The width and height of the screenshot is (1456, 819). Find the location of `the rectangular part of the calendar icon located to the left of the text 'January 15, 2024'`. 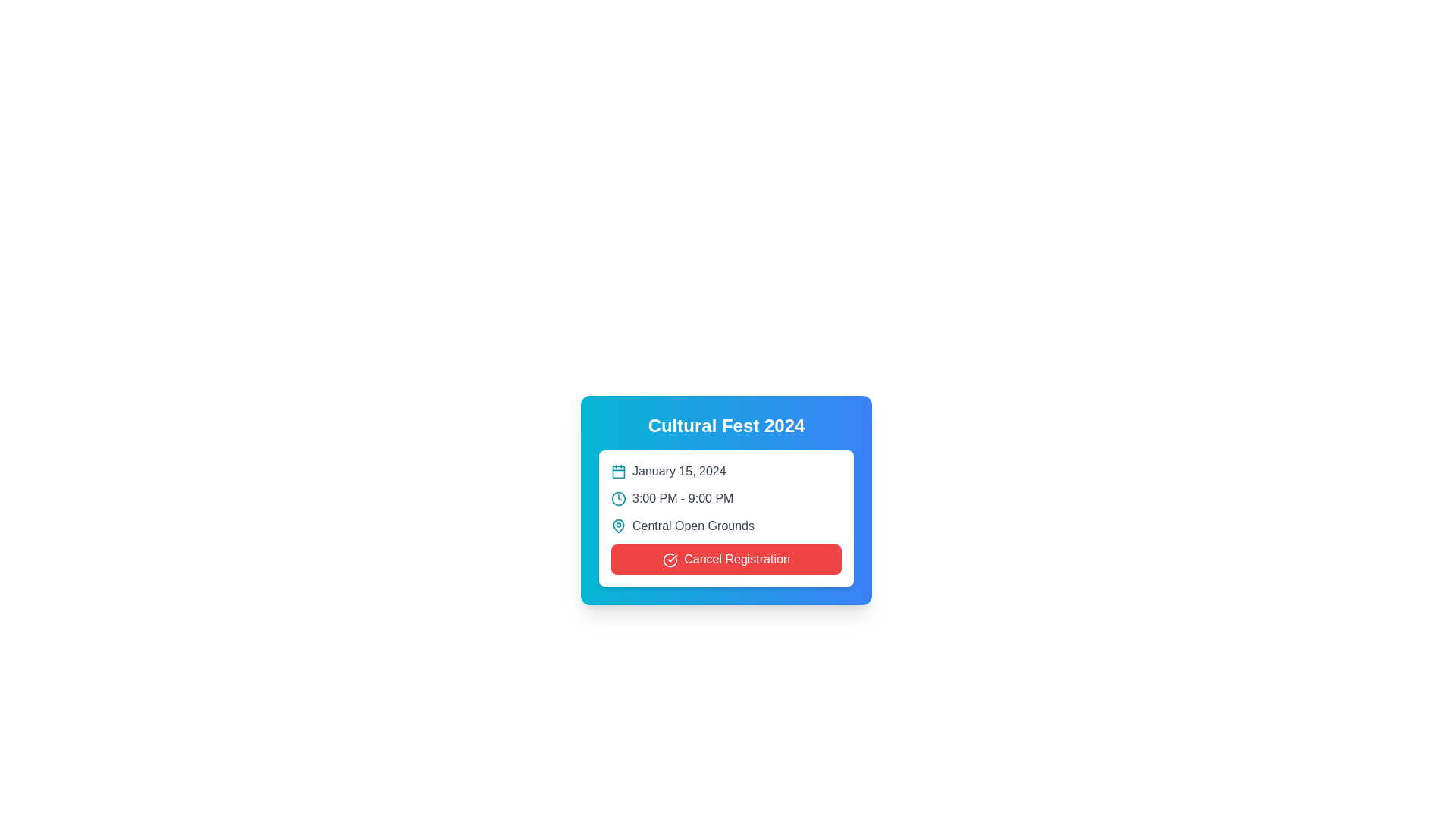

the rectangular part of the calendar icon located to the left of the text 'January 15, 2024' is located at coordinates (619, 470).